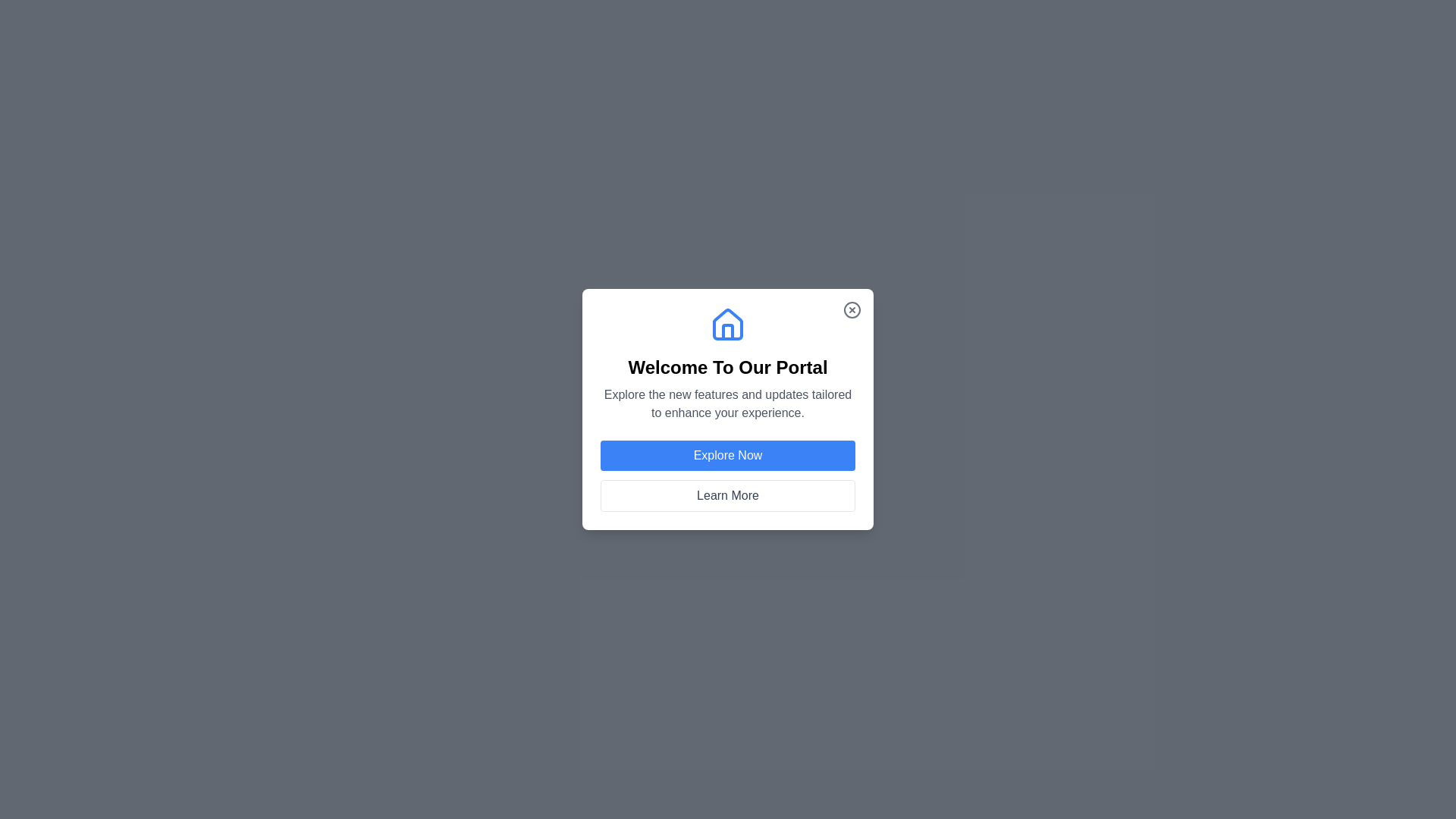  I want to click on the close button to dismiss the modal, so click(852, 309).